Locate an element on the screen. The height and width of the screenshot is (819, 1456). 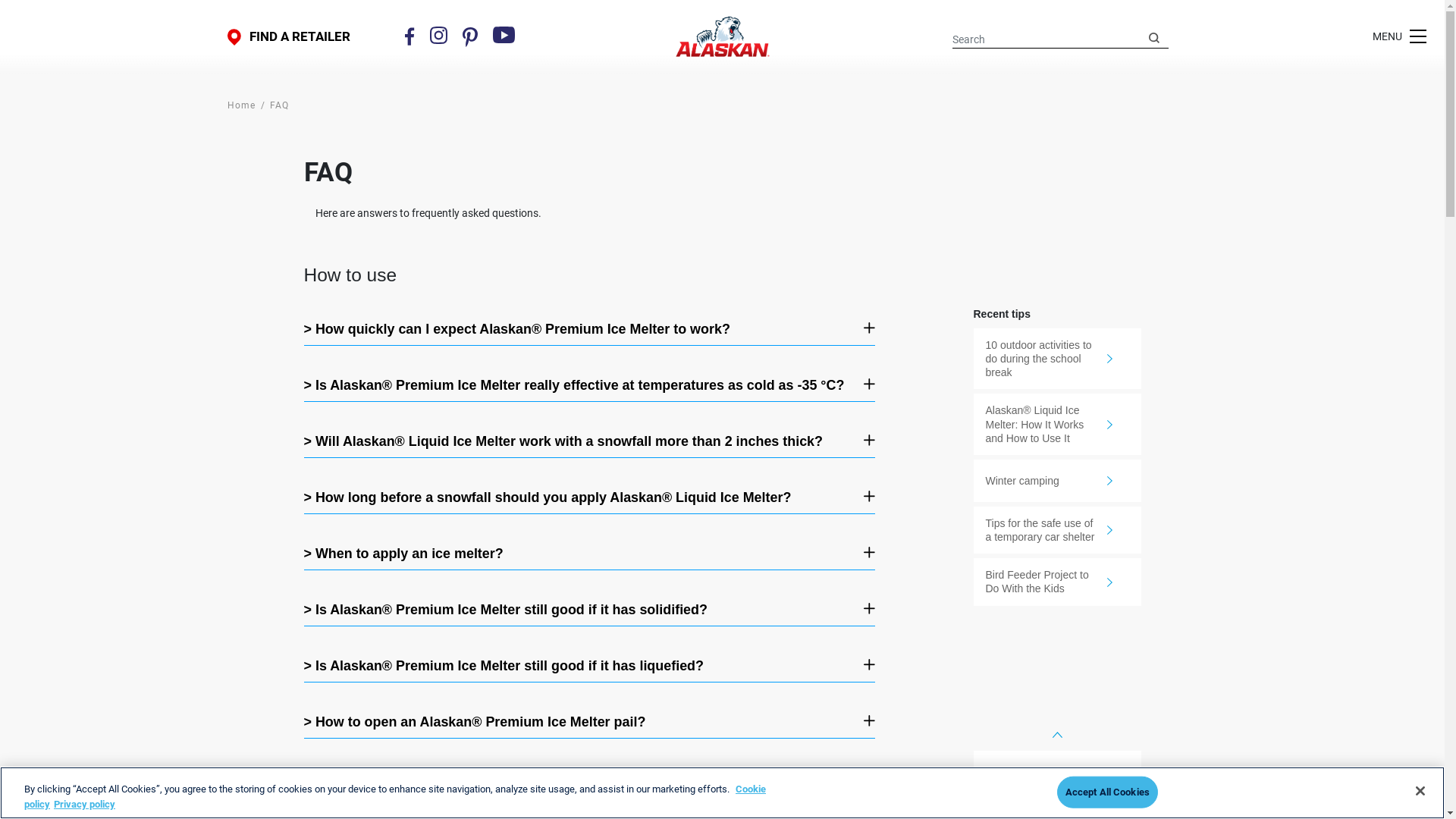
'Cookie policy' is located at coordinates (395, 795).